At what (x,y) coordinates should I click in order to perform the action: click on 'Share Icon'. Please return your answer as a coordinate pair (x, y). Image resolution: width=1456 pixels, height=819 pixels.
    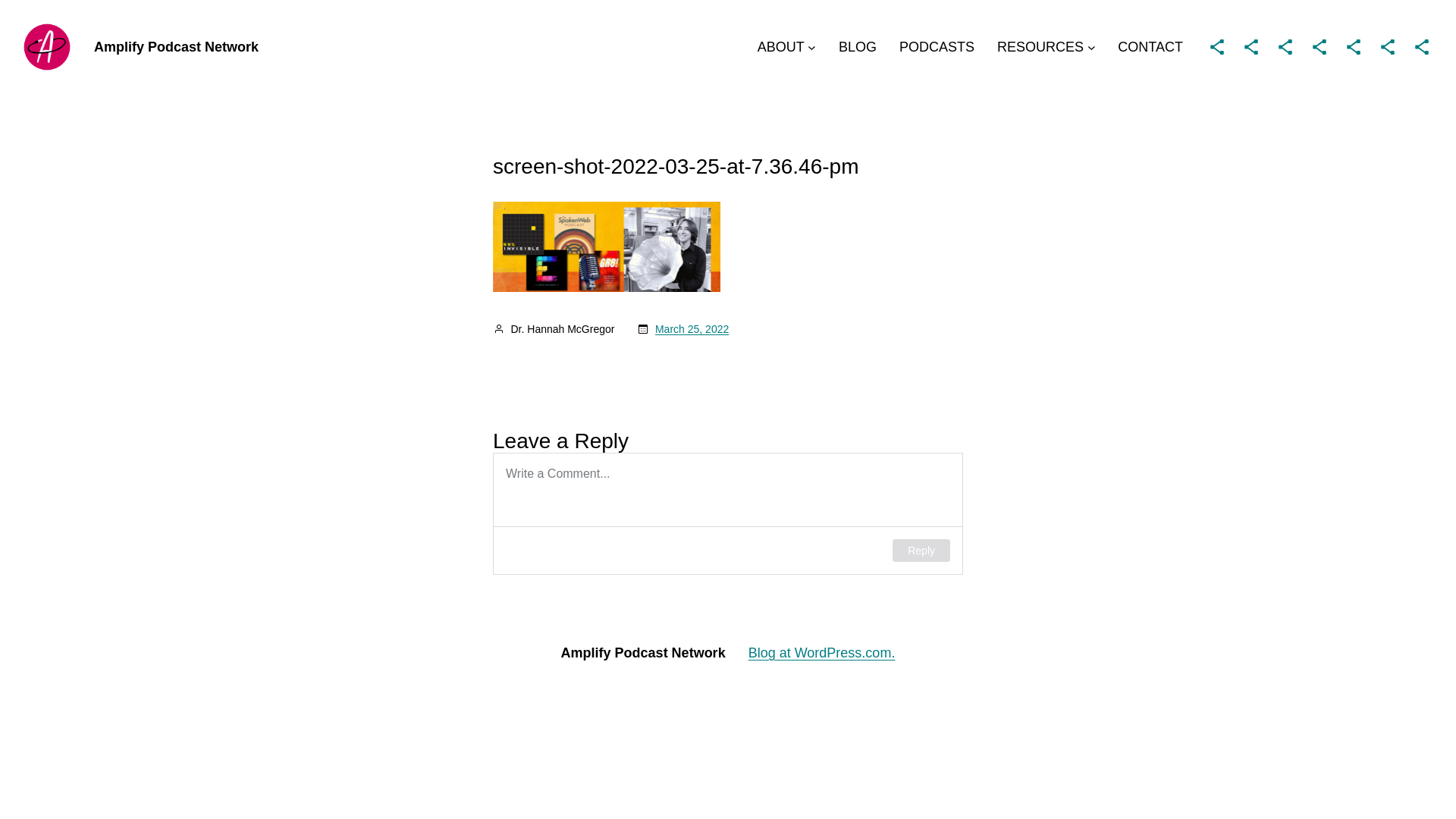
    Looking at the image, I should click on (1387, 45).